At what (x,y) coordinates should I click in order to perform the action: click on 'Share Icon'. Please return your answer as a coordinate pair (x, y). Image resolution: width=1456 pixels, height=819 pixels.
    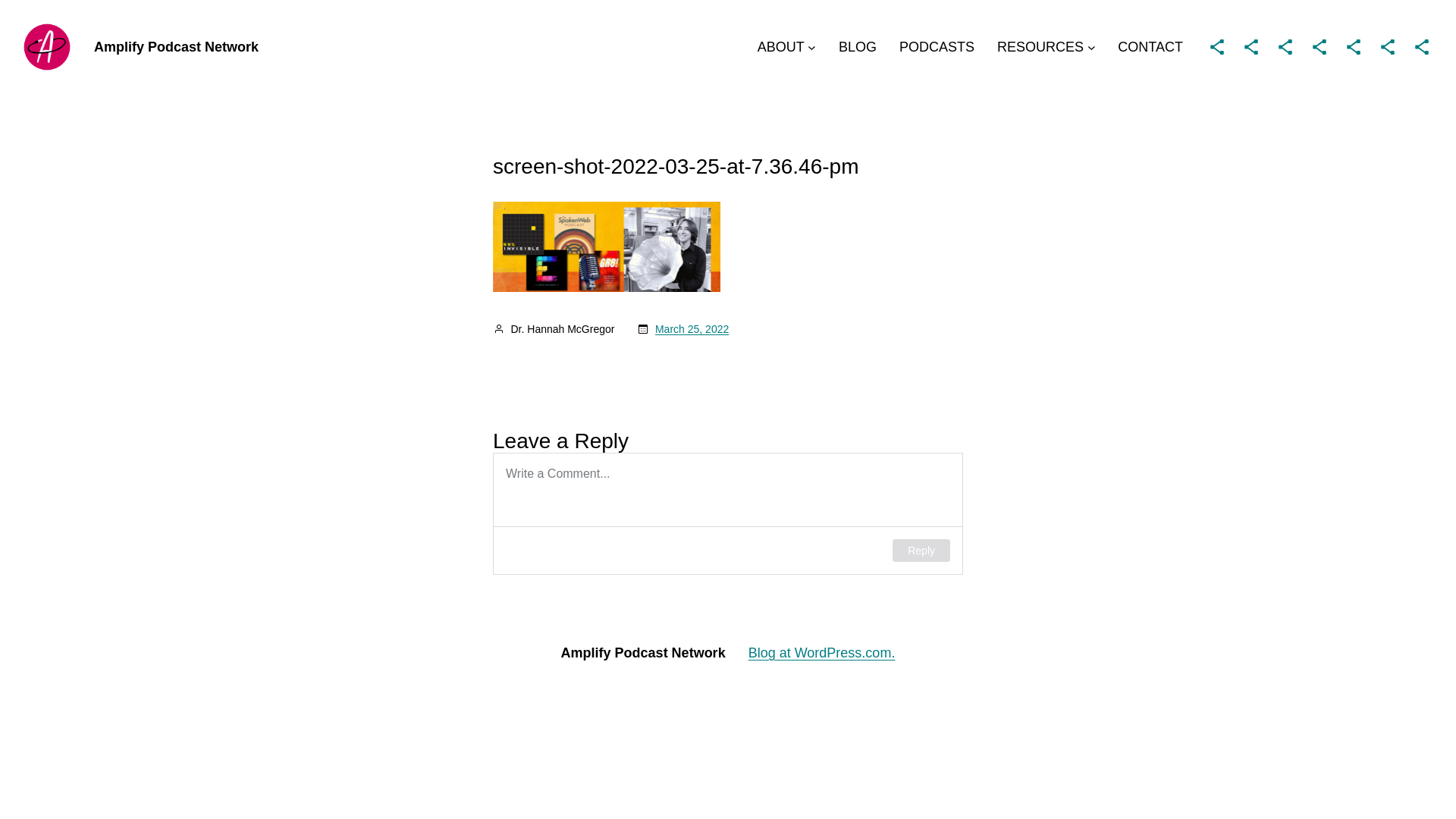
    Looking at the image, I should click on (1387, 45).